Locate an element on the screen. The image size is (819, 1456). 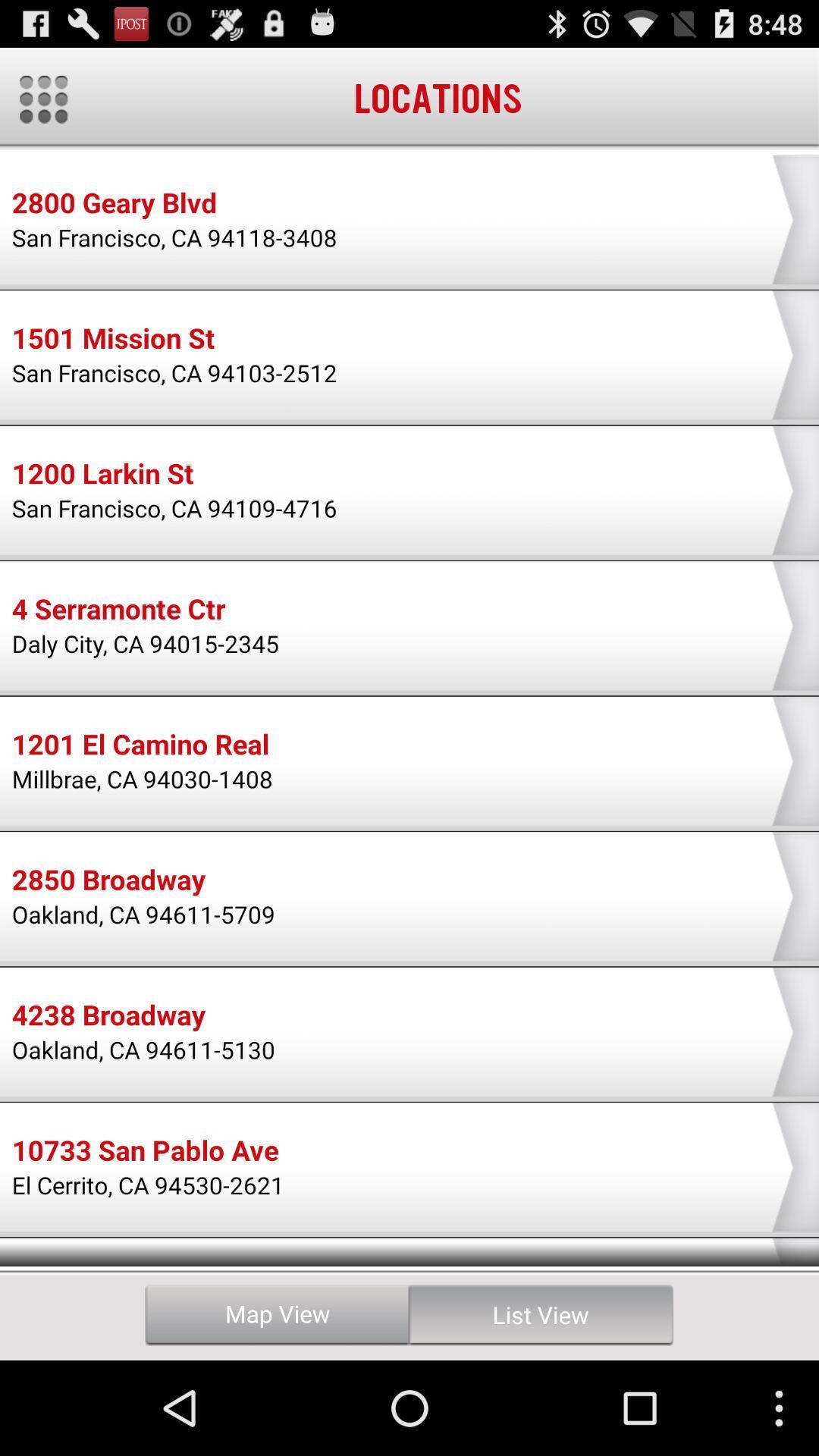
icon above 1201 el camino icon is located at coordinates (146, 643).